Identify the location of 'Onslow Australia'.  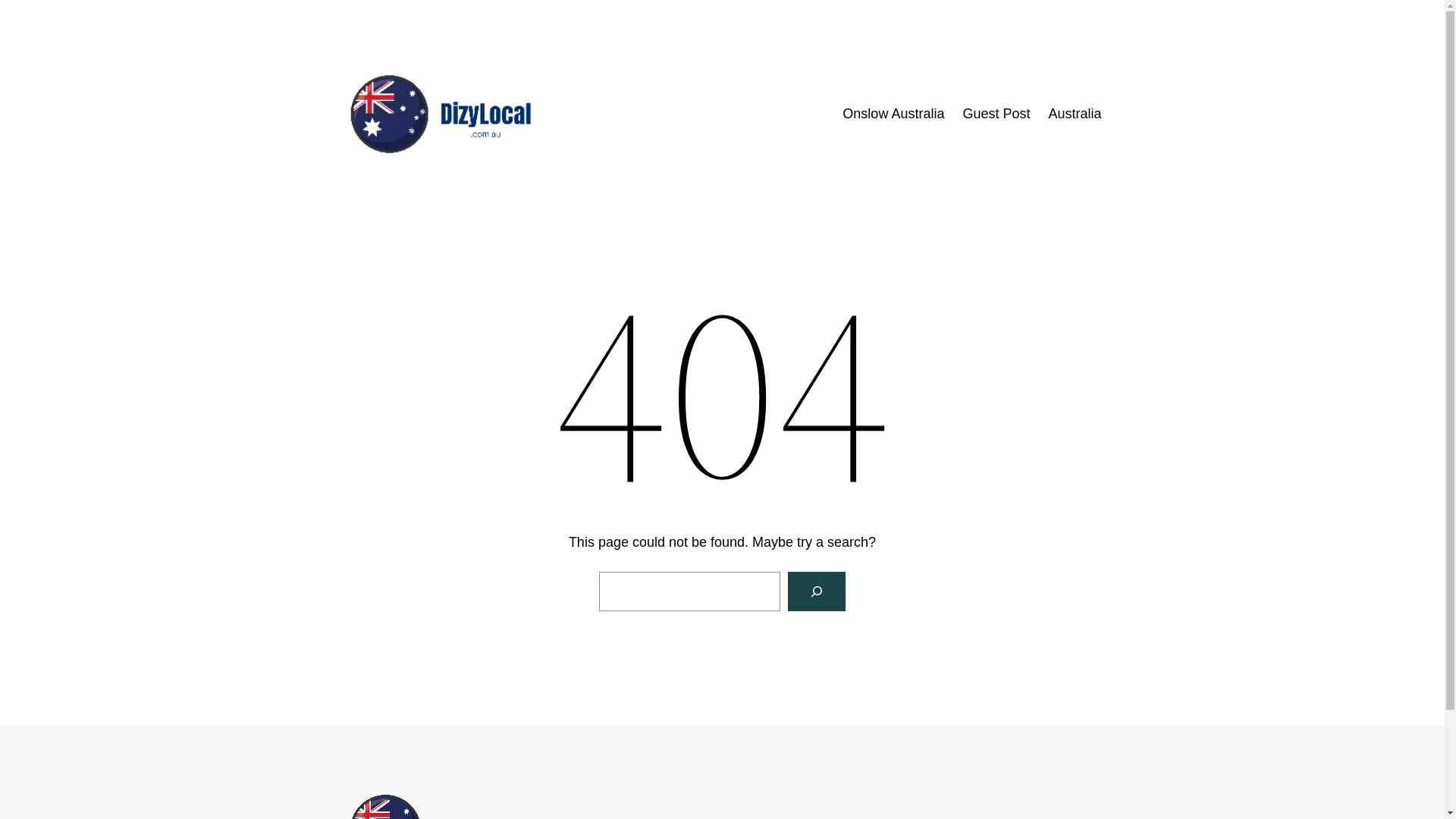
(841, 113).